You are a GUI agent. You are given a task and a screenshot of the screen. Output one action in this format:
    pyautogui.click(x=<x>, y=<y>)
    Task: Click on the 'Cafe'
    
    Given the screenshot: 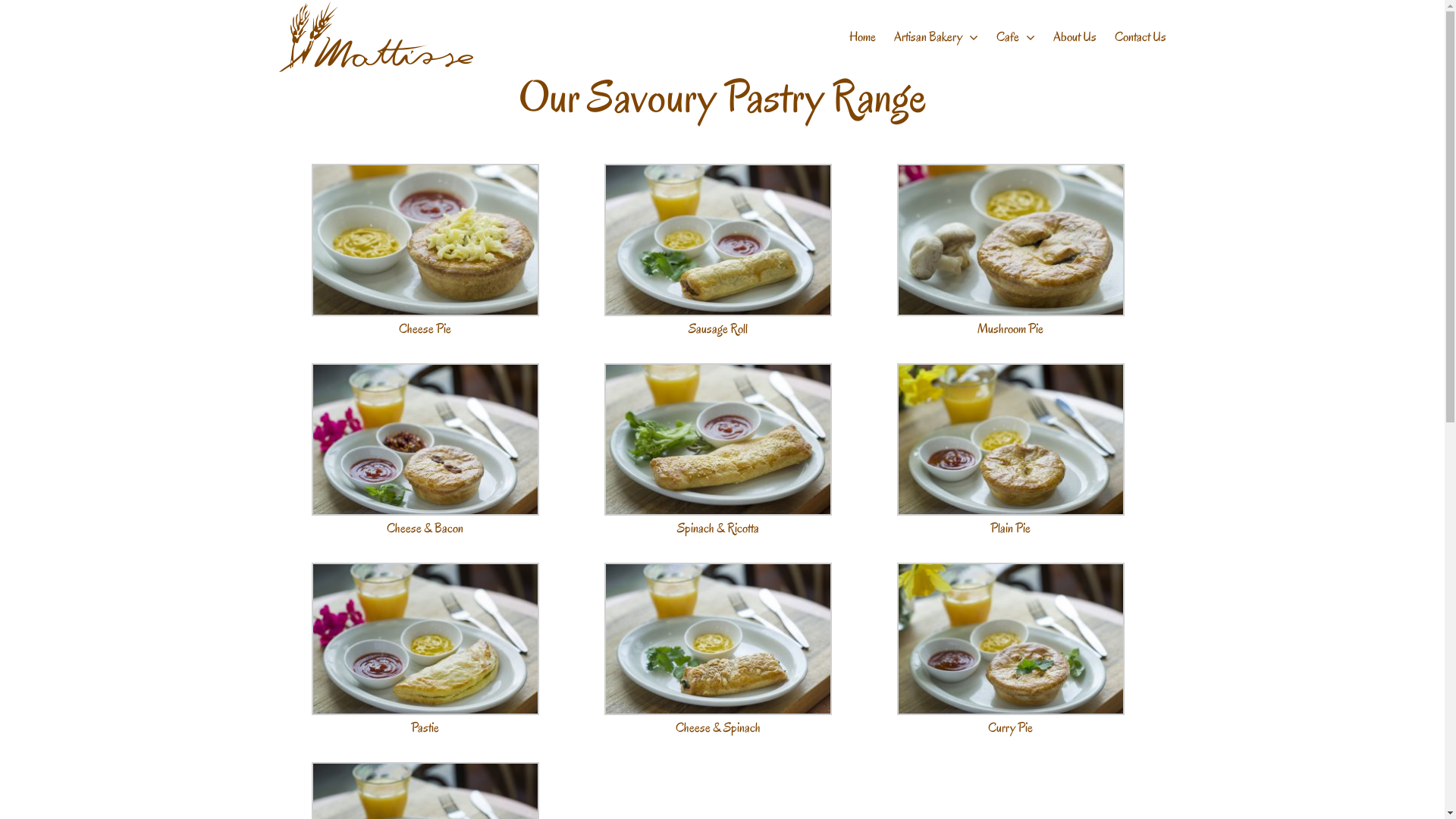 What is the action you would take?
    pyautogui.click(x=1015, y=36)
    